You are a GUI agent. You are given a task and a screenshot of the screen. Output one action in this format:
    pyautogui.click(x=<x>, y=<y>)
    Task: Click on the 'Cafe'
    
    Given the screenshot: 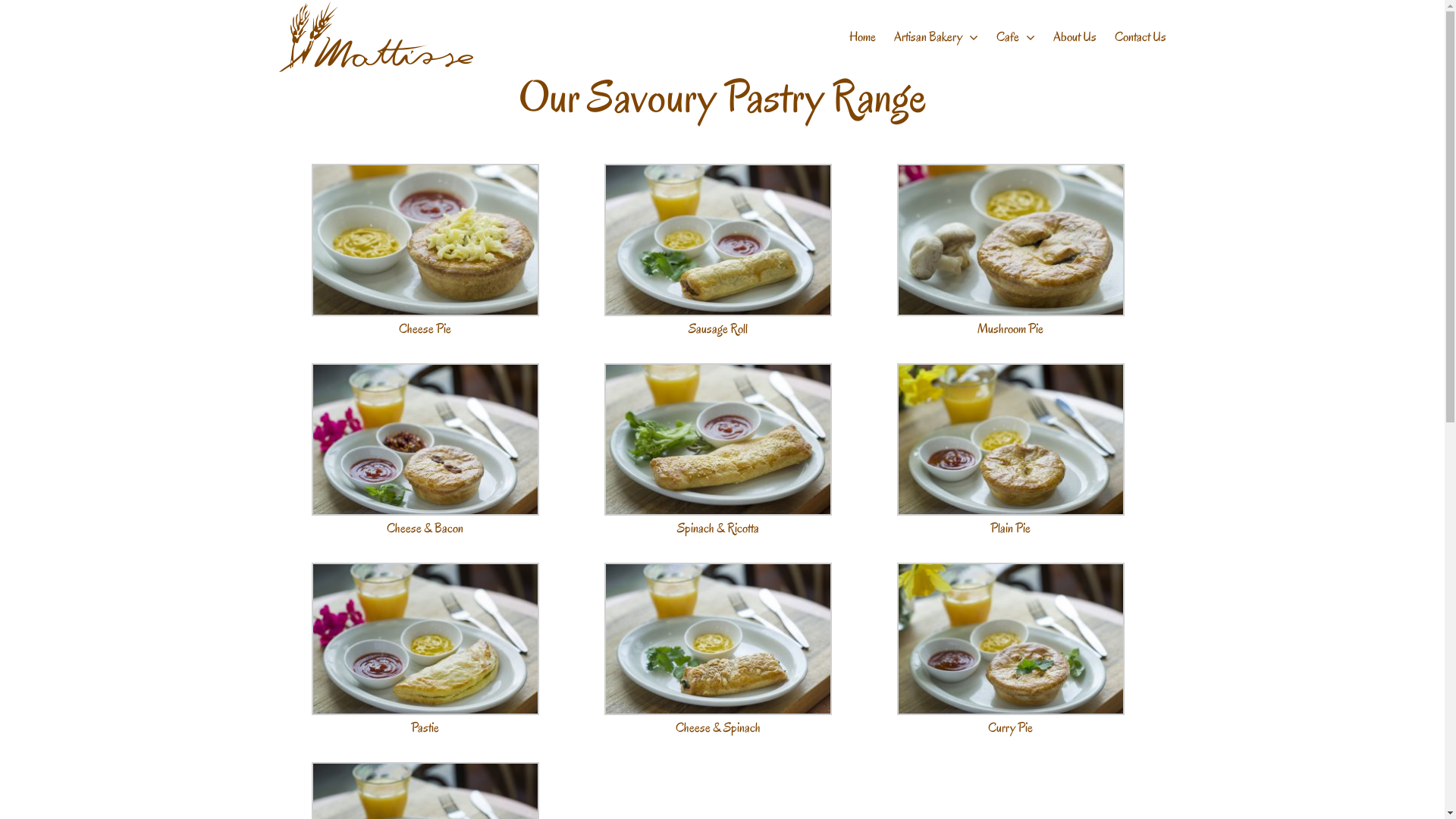 What is the action you would take?
    pyautogui.click(x=1015, y=36)
    